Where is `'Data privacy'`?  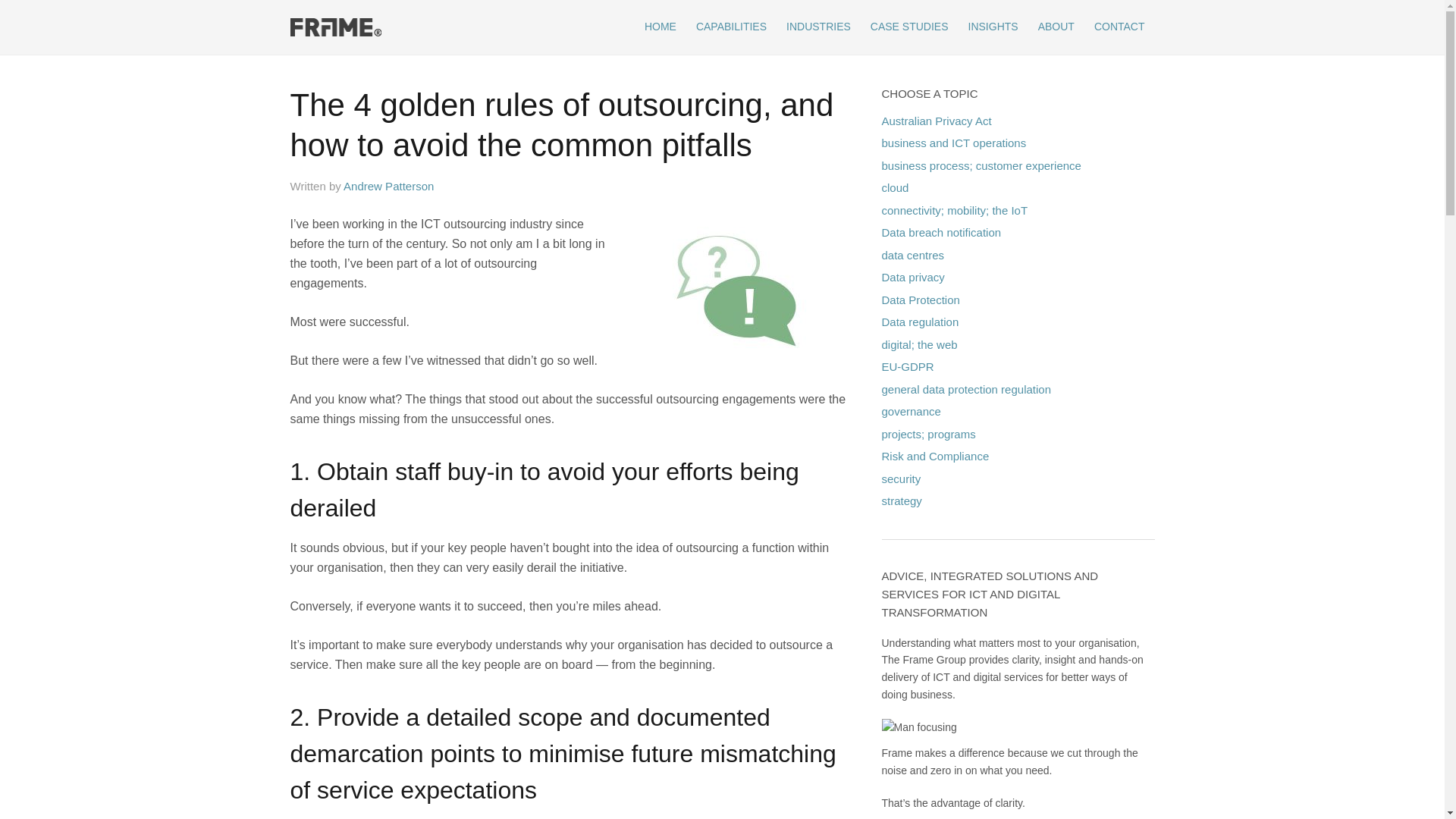
'Data privacy' is located at coordinates (912, 277).